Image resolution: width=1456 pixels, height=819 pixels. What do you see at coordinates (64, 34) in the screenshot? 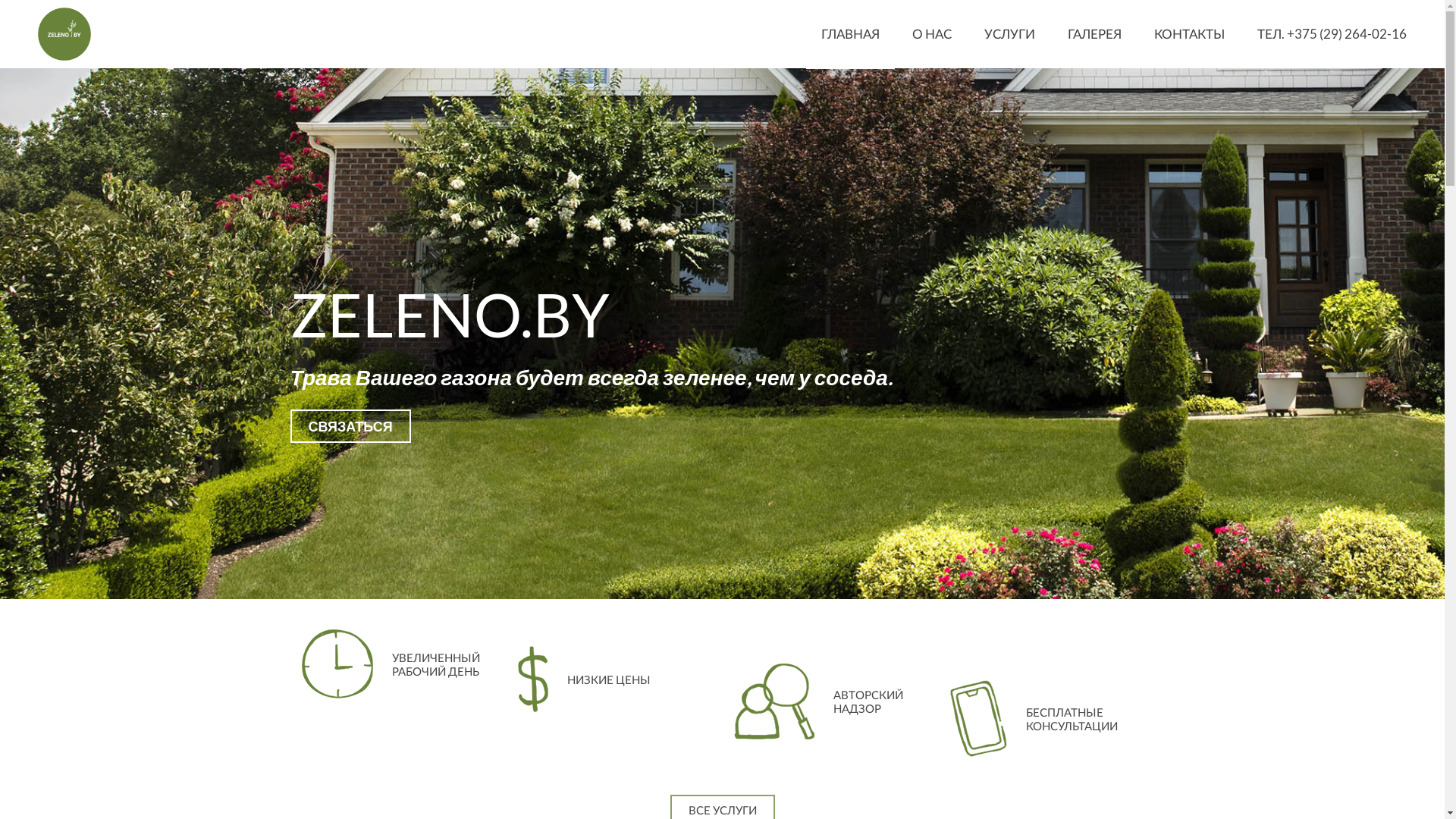
I see `'ZELENO.BY'` at bounding box center [64, 34].